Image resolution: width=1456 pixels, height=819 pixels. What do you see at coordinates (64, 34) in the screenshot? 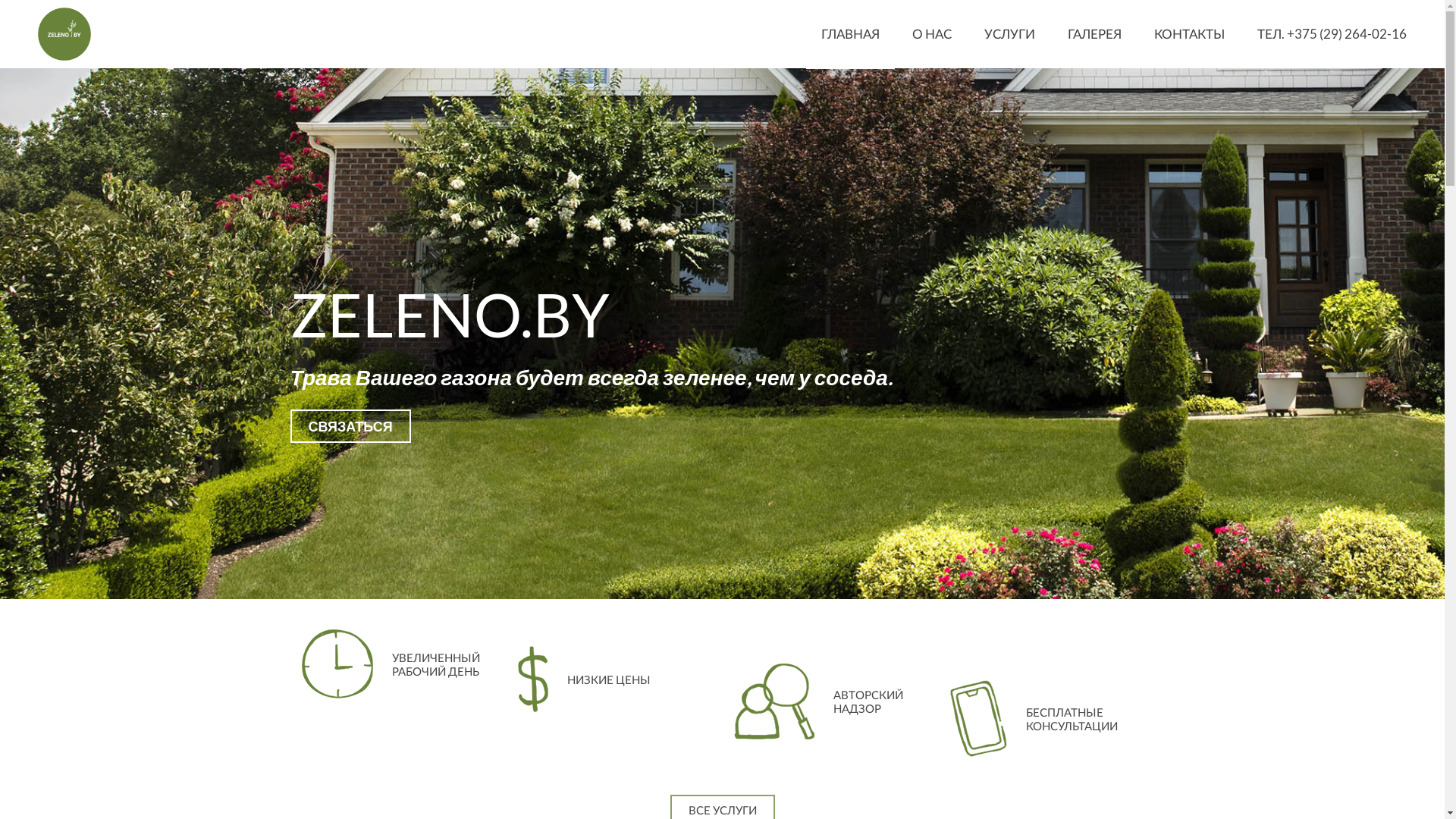
I see `'ZELENO.BY'` at bounding box center [64, 34].